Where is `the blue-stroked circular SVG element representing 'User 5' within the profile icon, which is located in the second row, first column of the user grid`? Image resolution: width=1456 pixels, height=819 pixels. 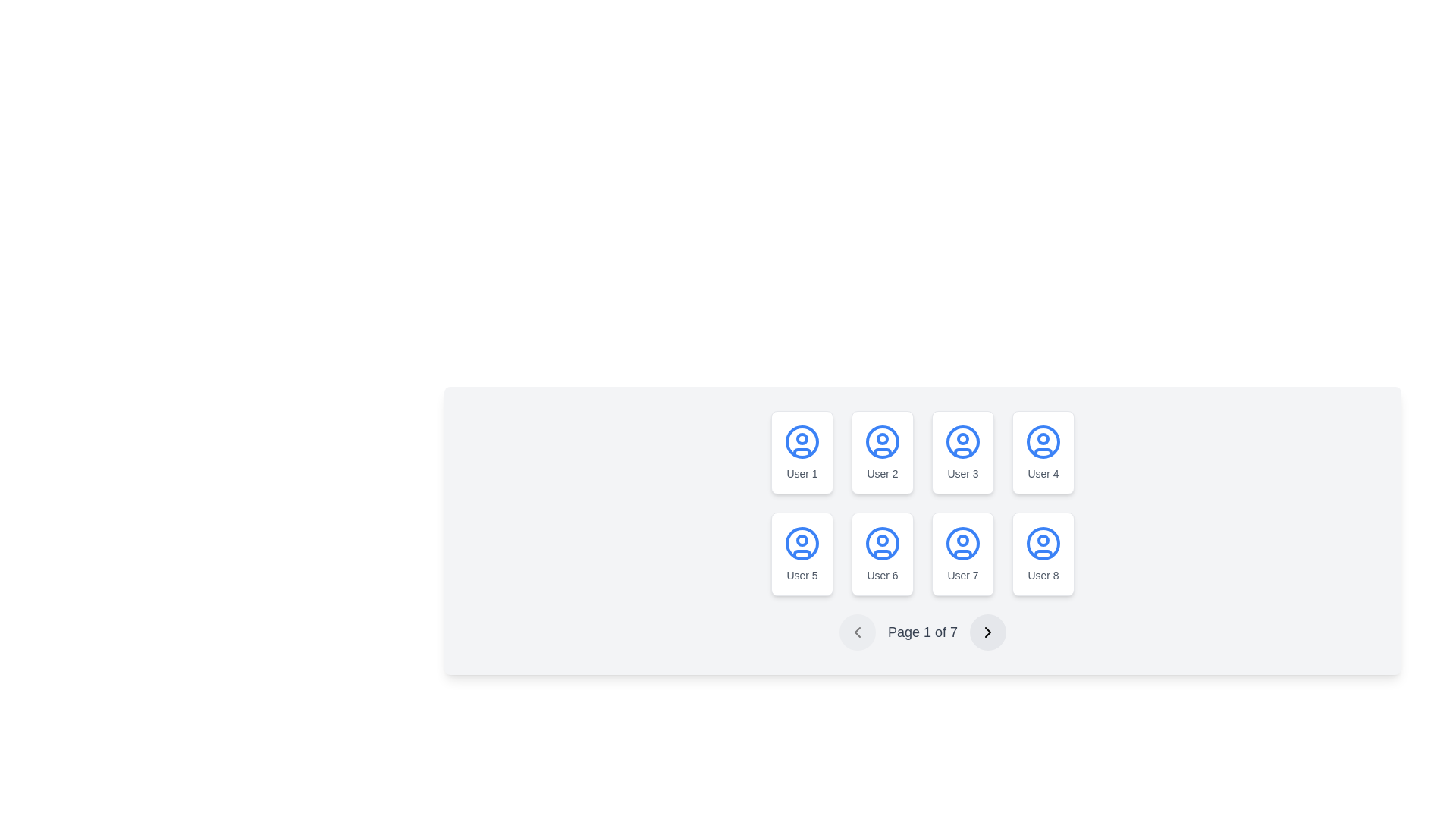
the blue-stroked circular SVG element representing 'User 5' within the profile icon, which is located in the second row, first column of the user grid is located at coordinates (801, 543).